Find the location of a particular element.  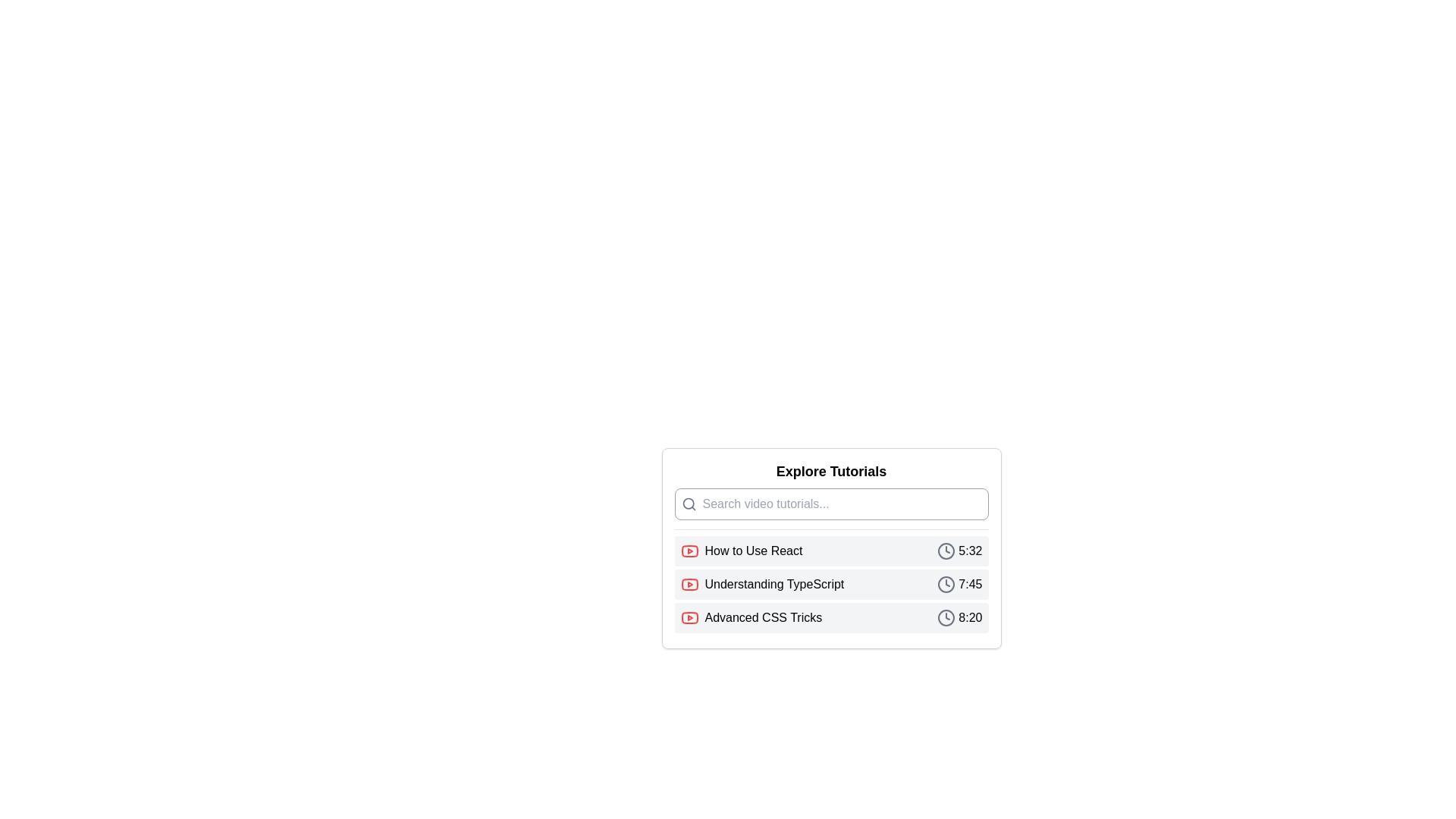

the time indicator element that displays the duration for the 'Advanced CSS Tricks' tutorial, which is the third in the list of tutorial times is located at coordinates (959, 617).